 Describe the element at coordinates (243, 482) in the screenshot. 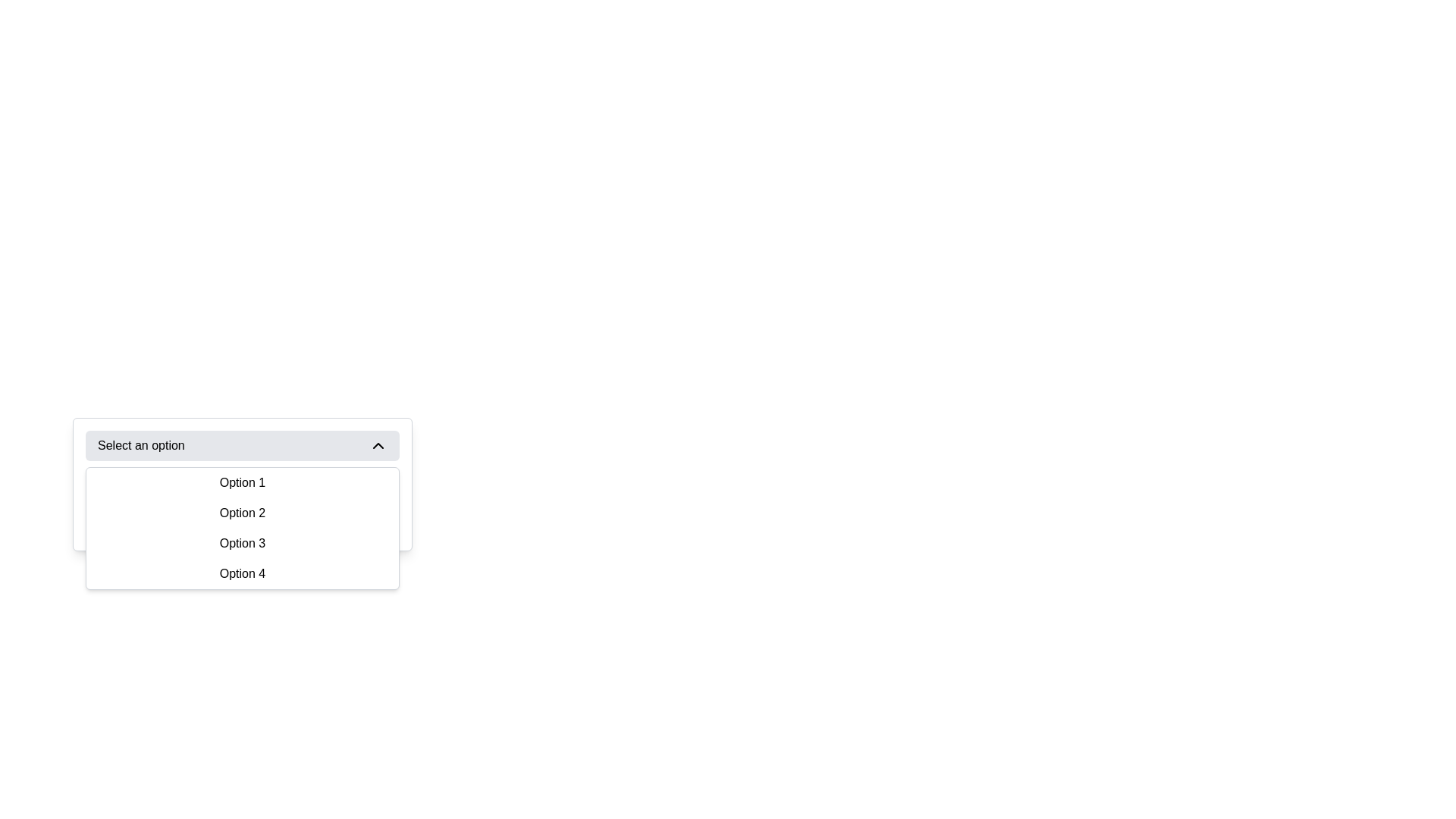

I see `the selectable menu option displaying 'Option 1' in the dropdown menu` at that location.